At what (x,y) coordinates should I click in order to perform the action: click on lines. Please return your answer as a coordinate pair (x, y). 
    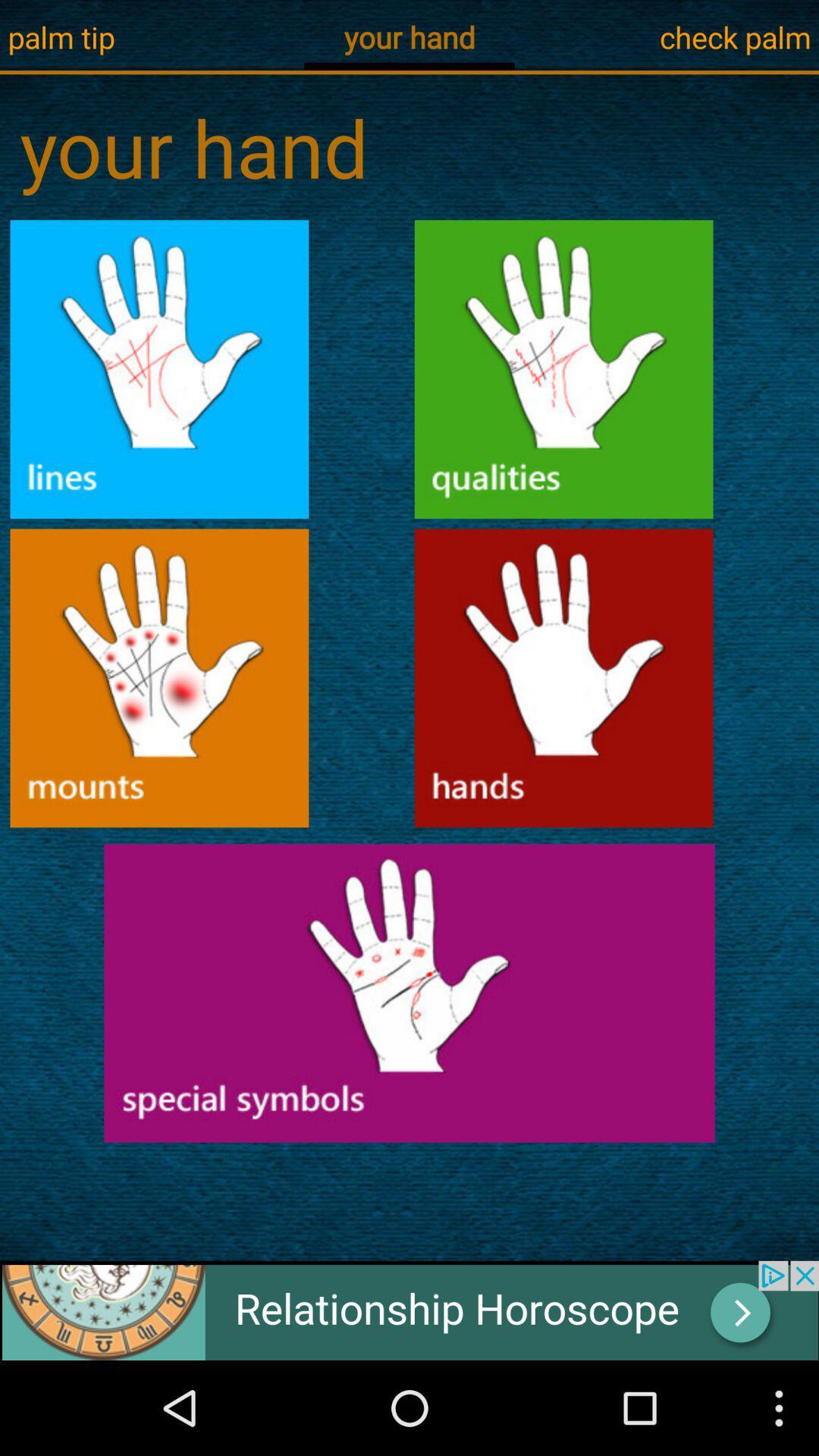
    Looking at the image, I should click on (159, 369).